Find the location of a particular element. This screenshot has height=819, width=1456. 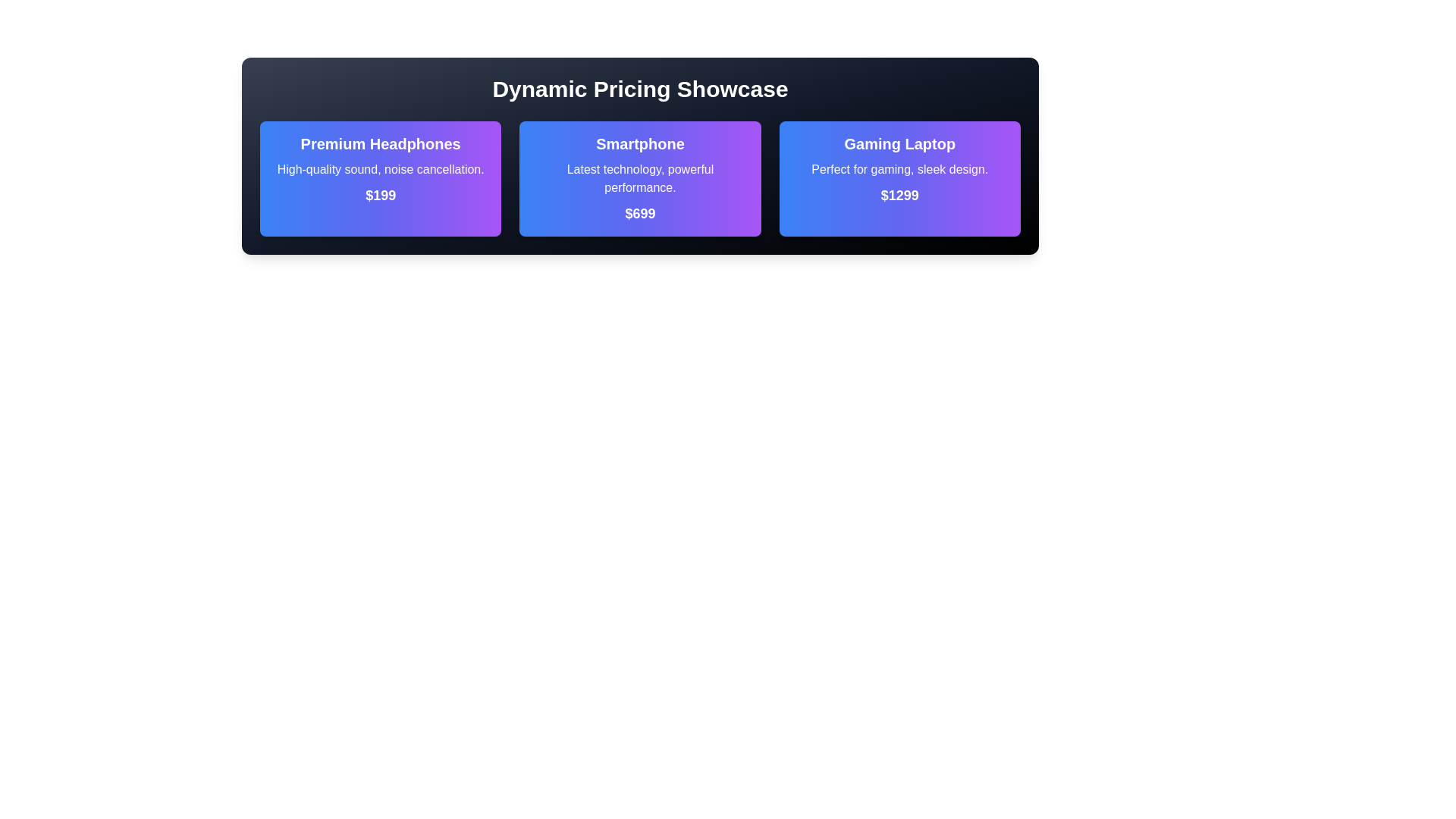

the text description element located in the 'Premium Headphones' section, which provides key features of the product and is situated below the heading 'Premium Headphones' and above the price '$199' is located at coordinates (381, 169).